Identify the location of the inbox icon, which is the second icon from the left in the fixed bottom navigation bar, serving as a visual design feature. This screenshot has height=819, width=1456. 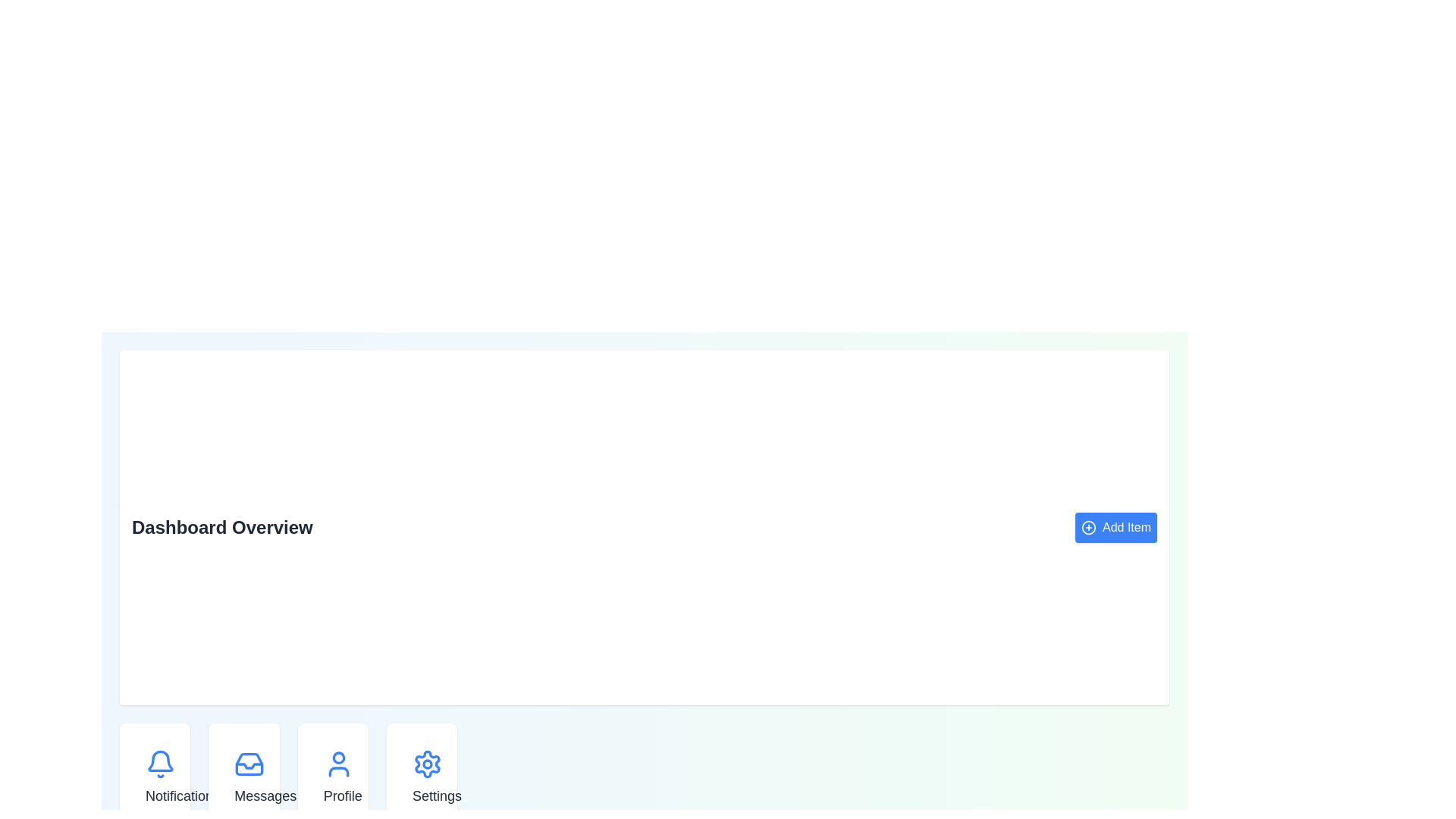
(249, 764).